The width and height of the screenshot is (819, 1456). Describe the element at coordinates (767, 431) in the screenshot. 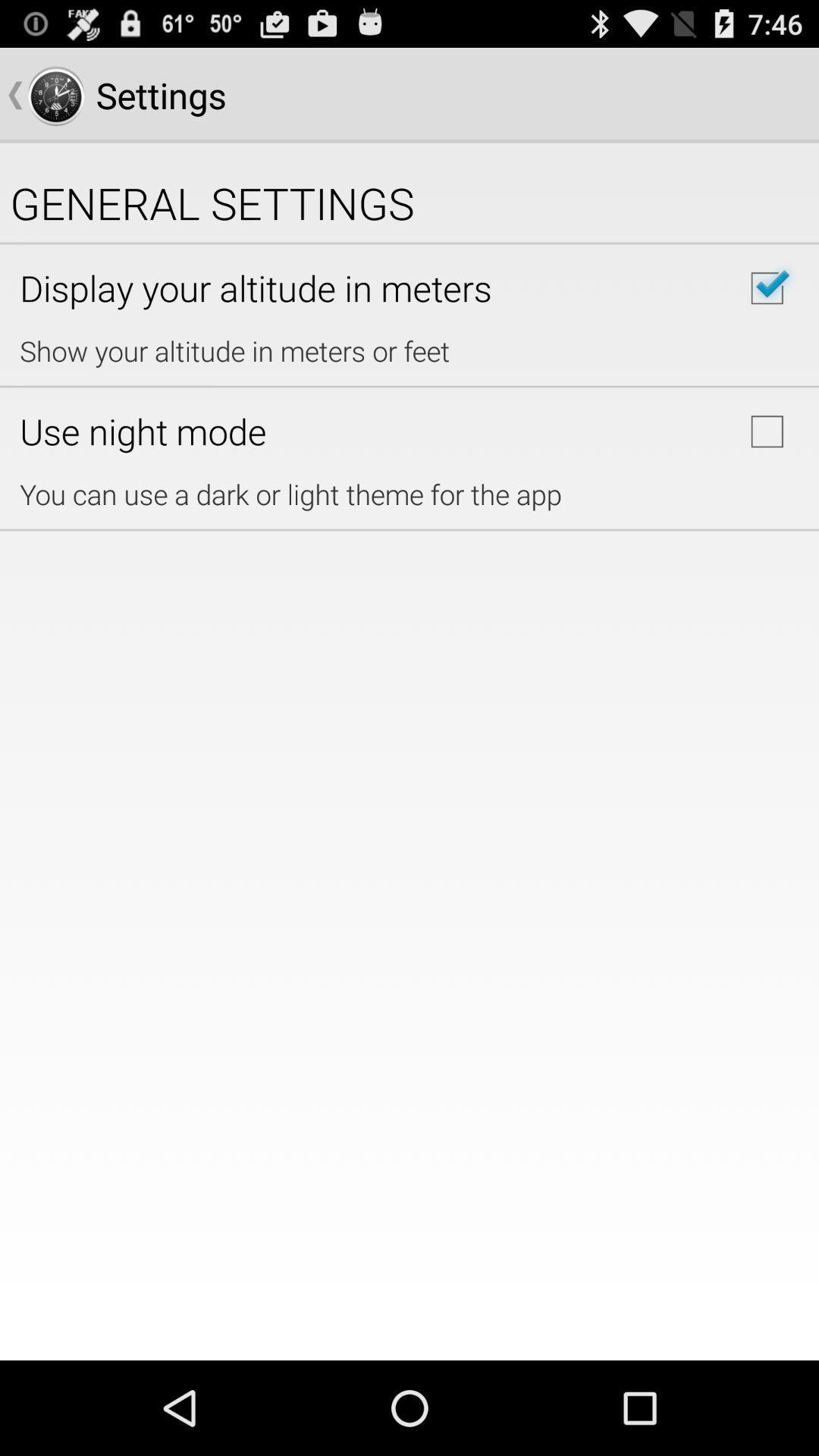

I see `option` at that location.